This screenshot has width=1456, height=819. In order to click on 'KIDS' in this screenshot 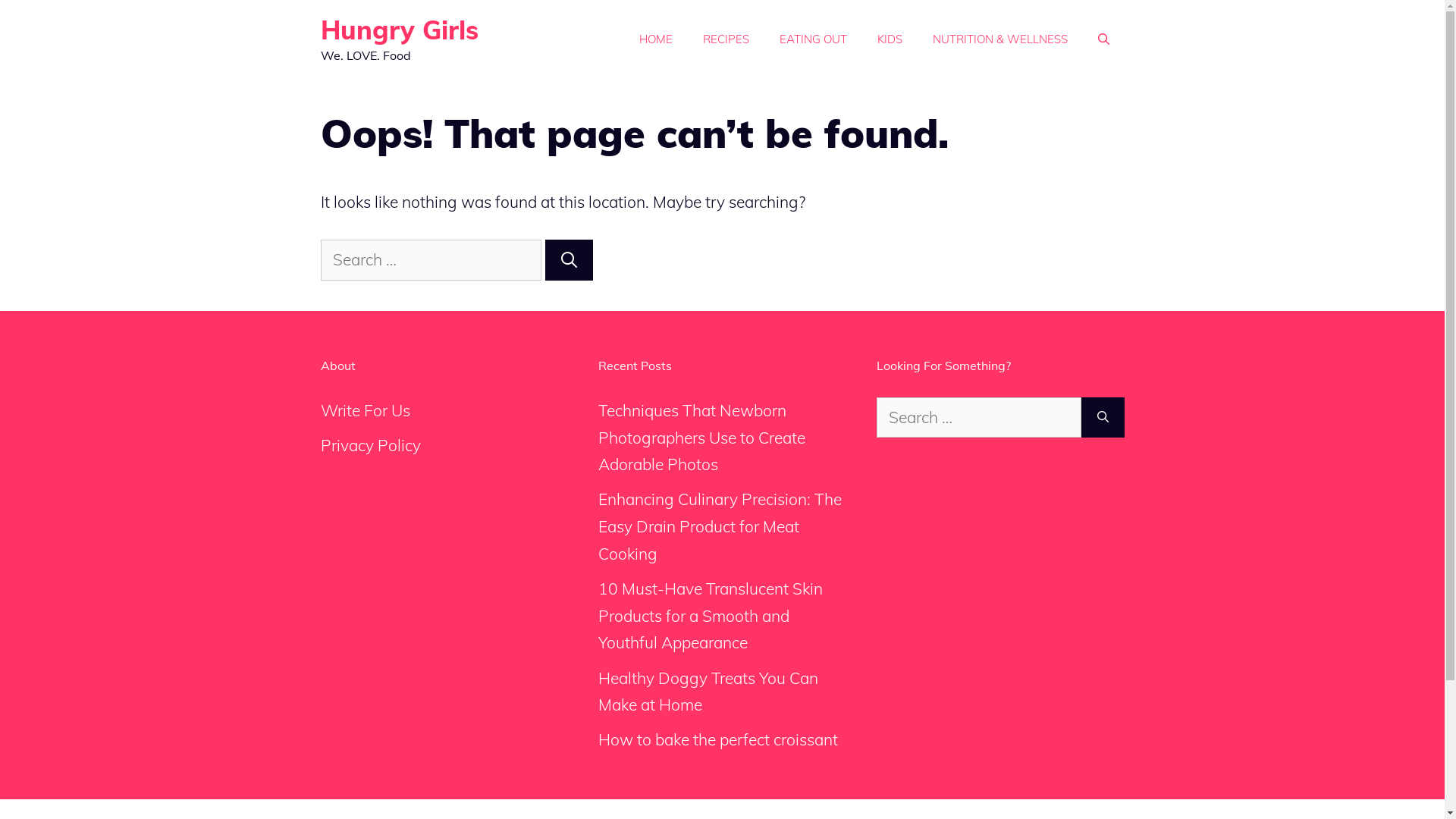, I will do `click(861, 38)`.